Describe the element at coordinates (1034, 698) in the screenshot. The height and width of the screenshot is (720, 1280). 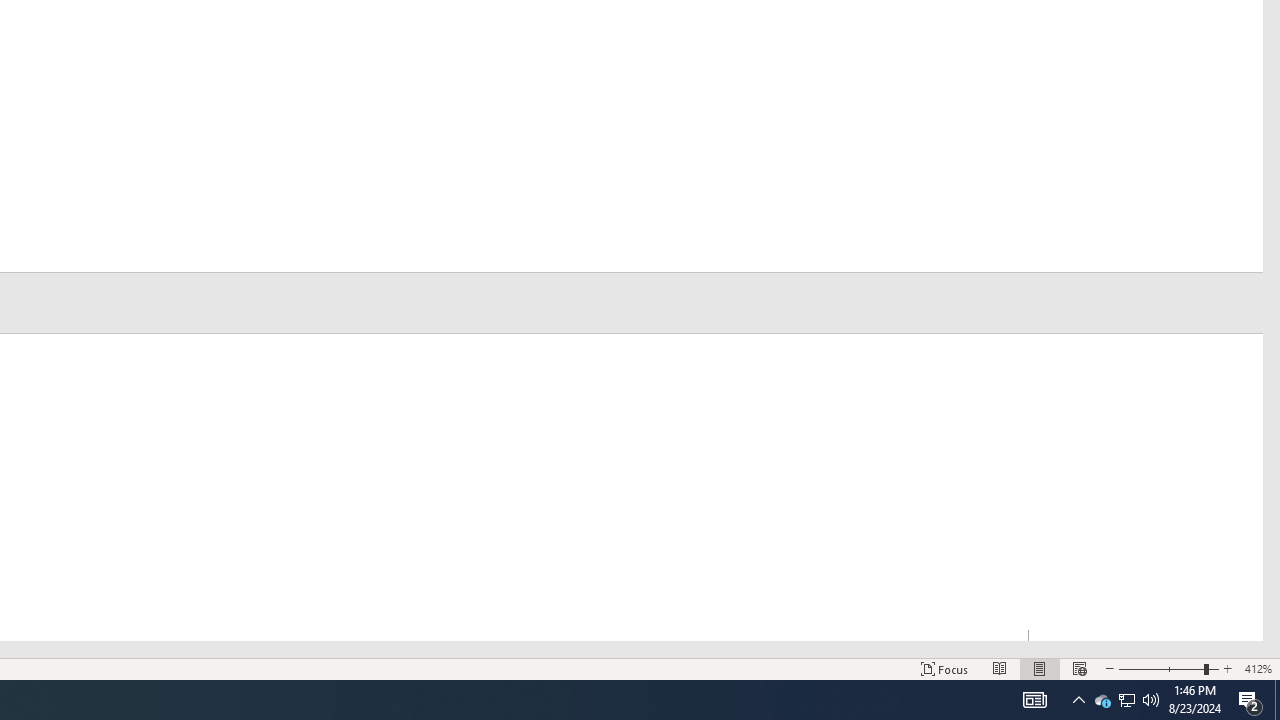
I see `'AutomationID: 4105'` at that location.